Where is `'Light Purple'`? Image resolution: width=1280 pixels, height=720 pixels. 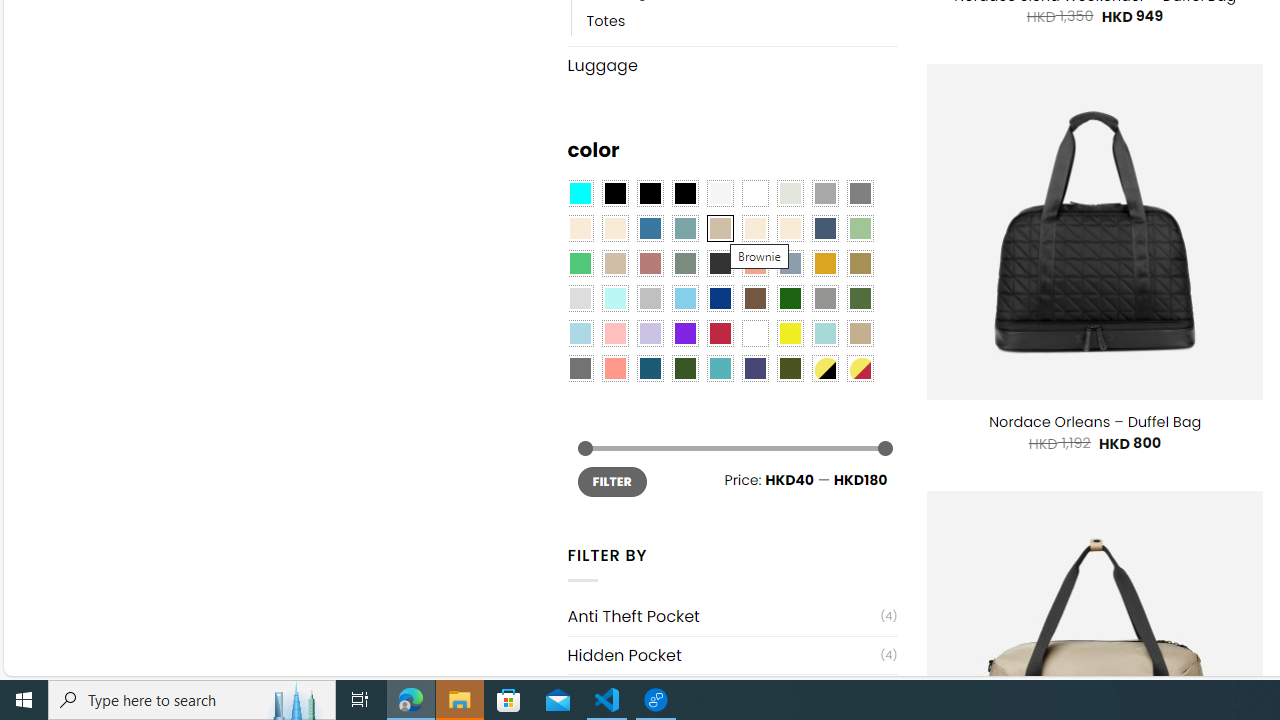 'Light Purple' is located at coordinates (650, 333).